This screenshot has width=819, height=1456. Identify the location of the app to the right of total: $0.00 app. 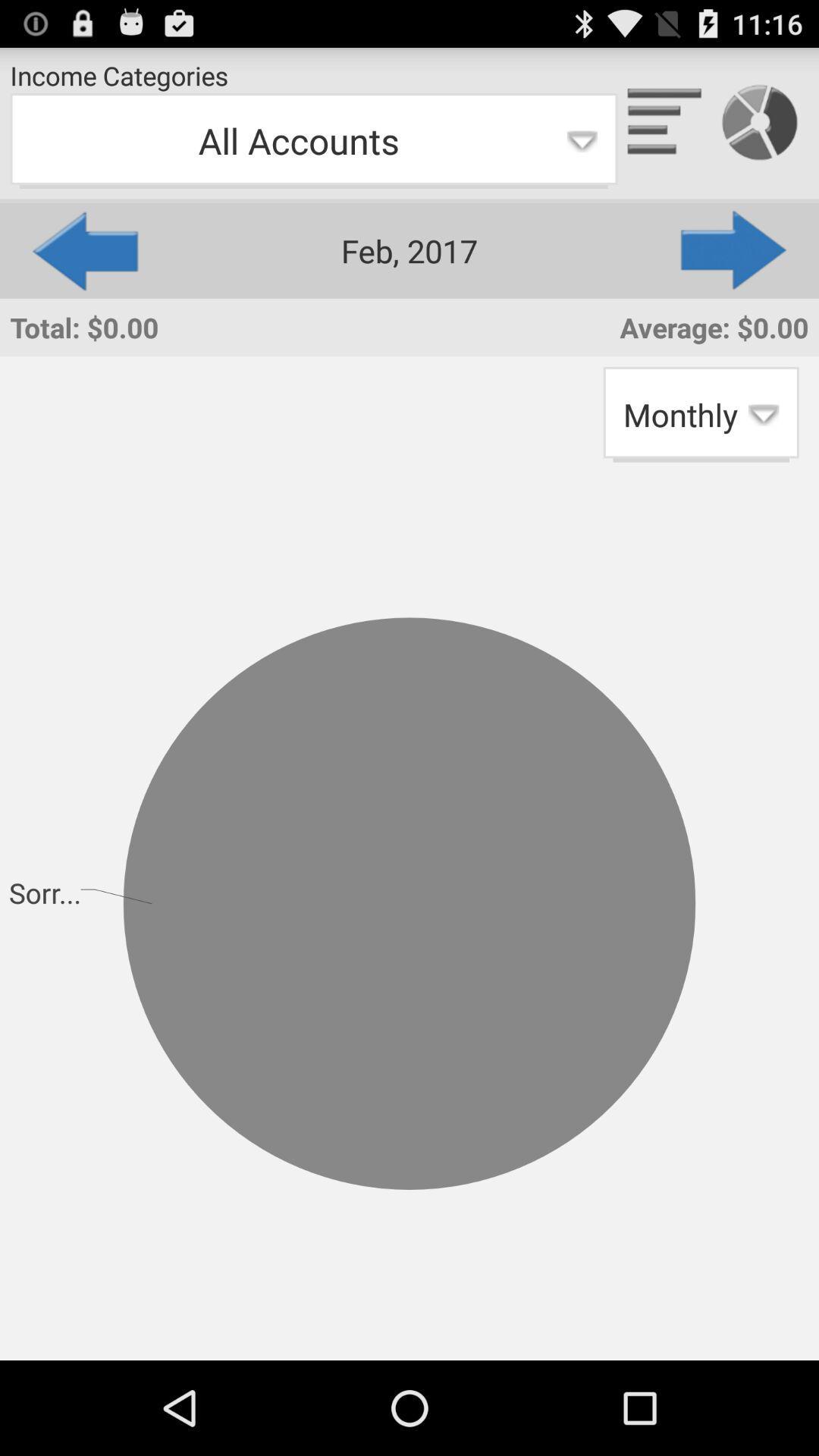
(701, 414).